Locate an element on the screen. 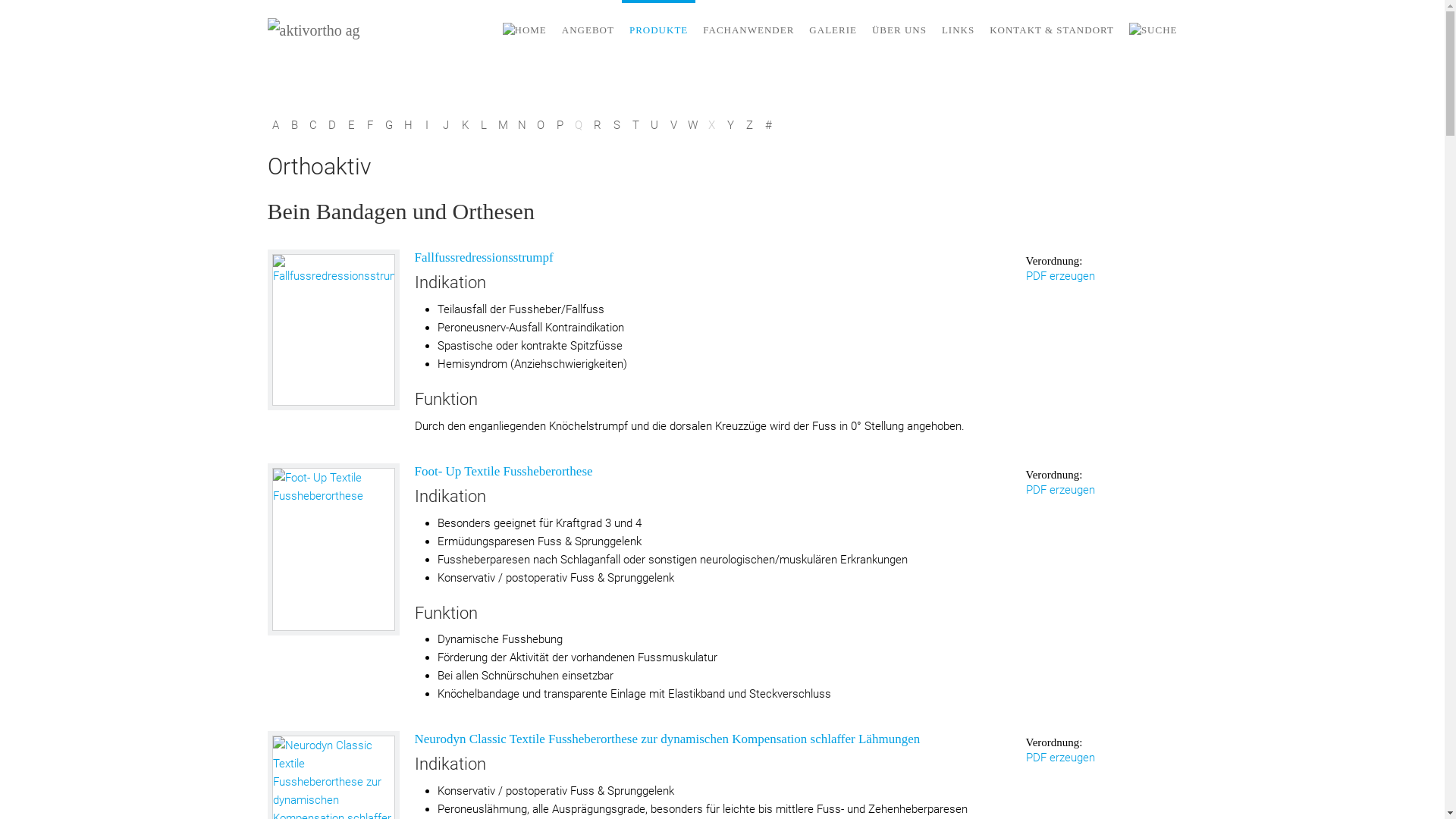 This screenshot has width=1456, height=819. 'Foot- Up Textile Fussheberorthese' is located at coordinates (333, 549).